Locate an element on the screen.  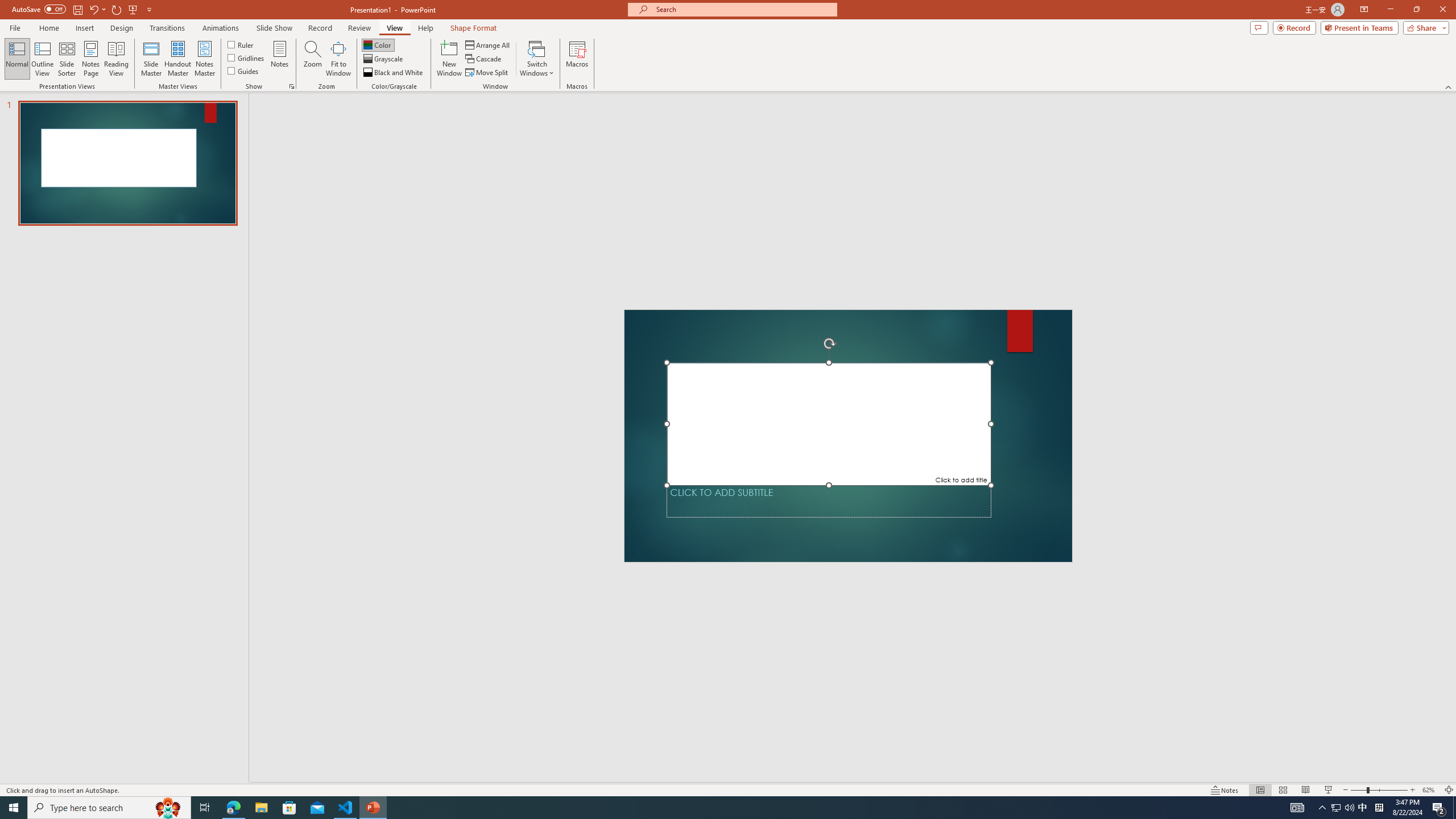
'Color' is located at coordinates (378, 44).